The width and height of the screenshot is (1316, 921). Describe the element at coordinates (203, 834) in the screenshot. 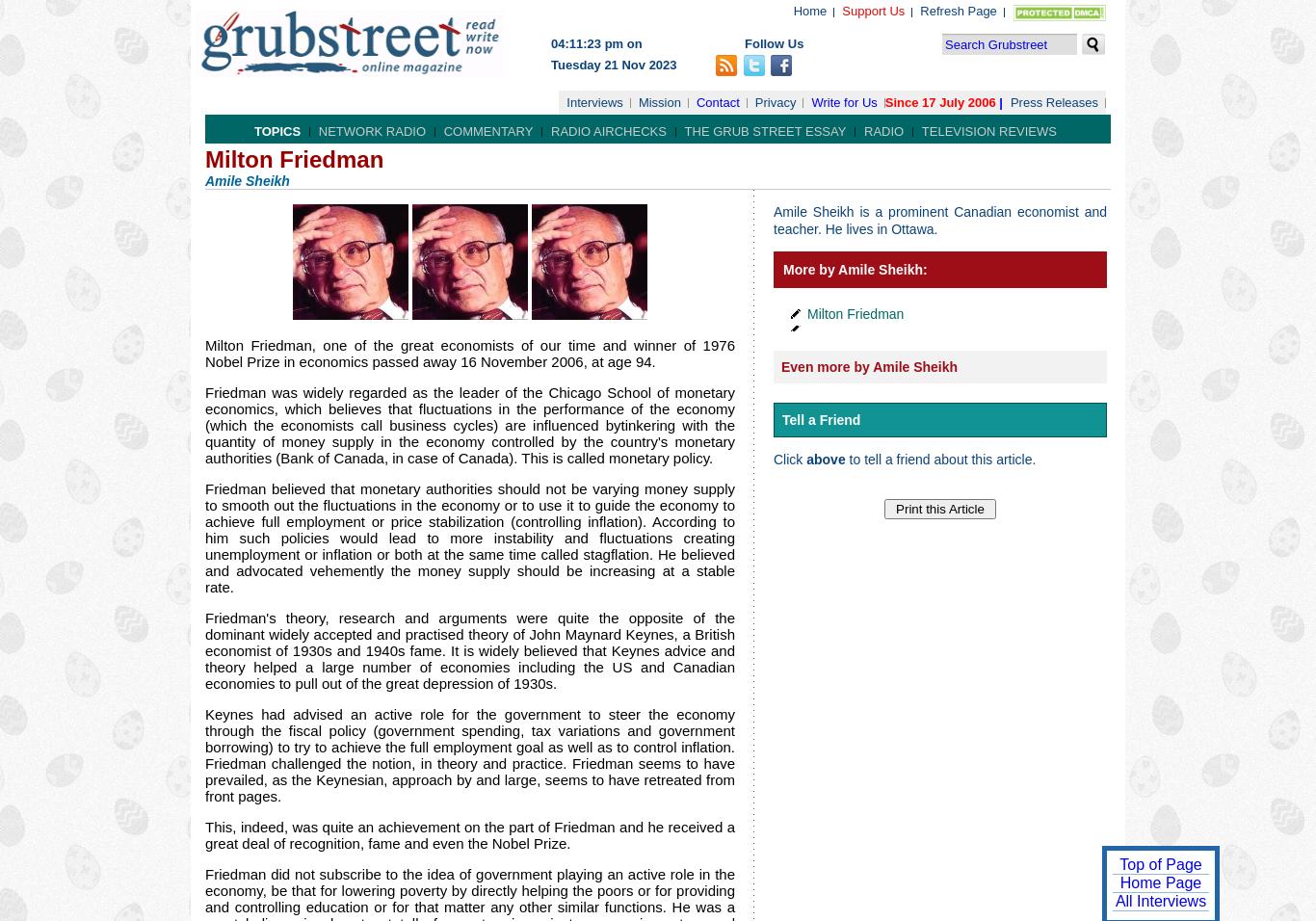

I see `'This, indeed, was quite an achievement on the  part of Friedman and he received a great deal of  recognition, fame and even the Nobel Prize.'` at that location.